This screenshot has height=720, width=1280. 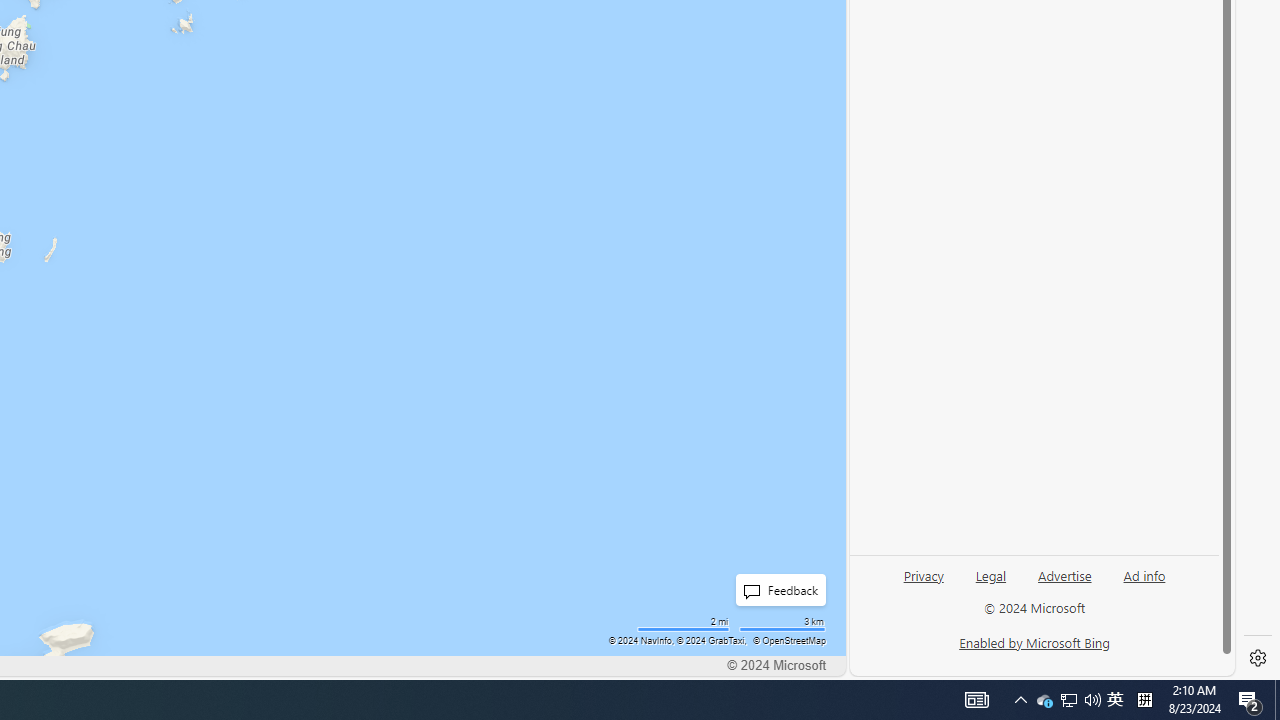 I want to click on 'Privacy', so click(x=922, y=574).